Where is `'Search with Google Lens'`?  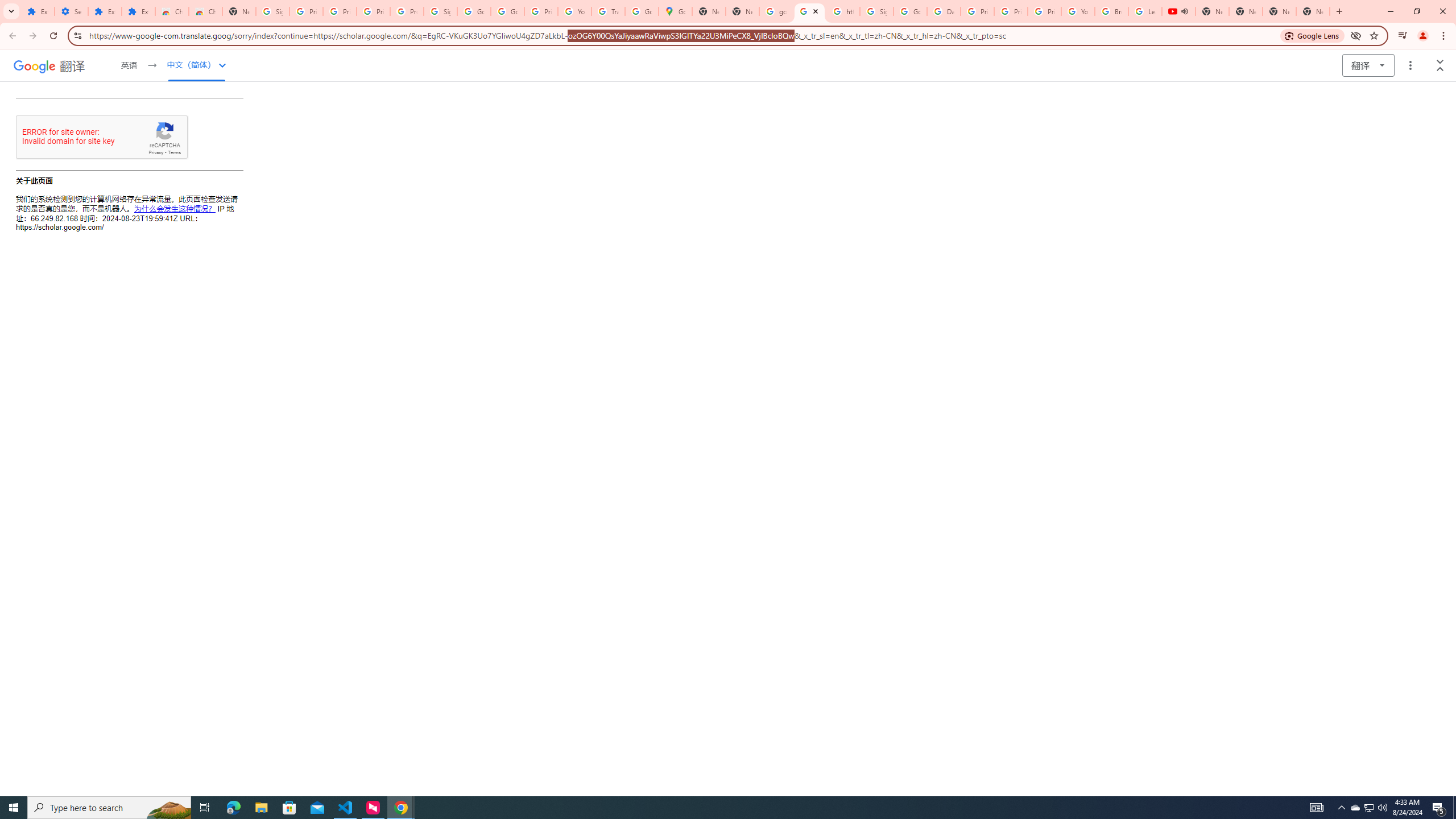
'Search with Google Lens' is located at coordinates (1312, 35).